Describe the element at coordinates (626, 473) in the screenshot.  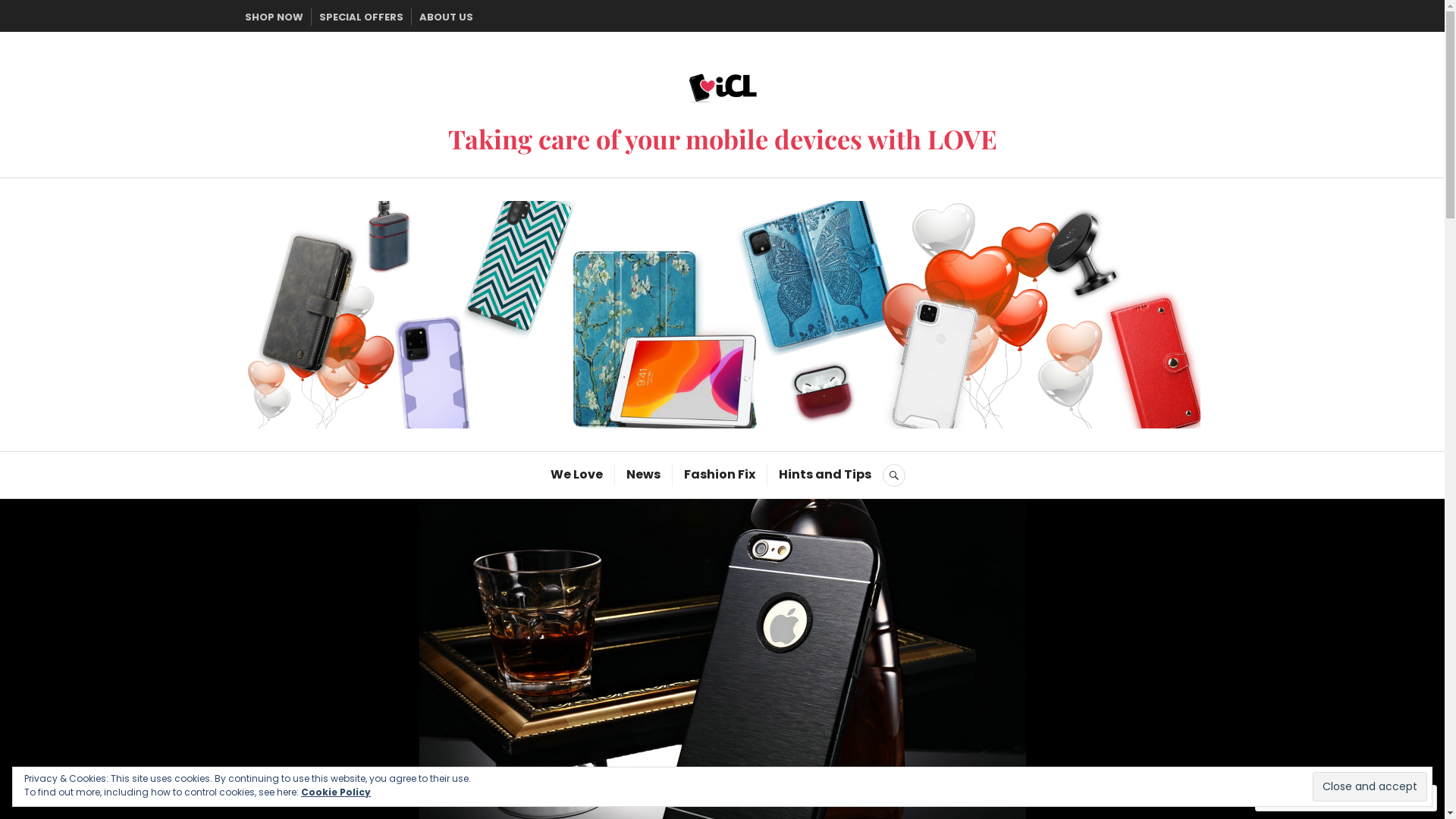
I see `'News'` at that location.